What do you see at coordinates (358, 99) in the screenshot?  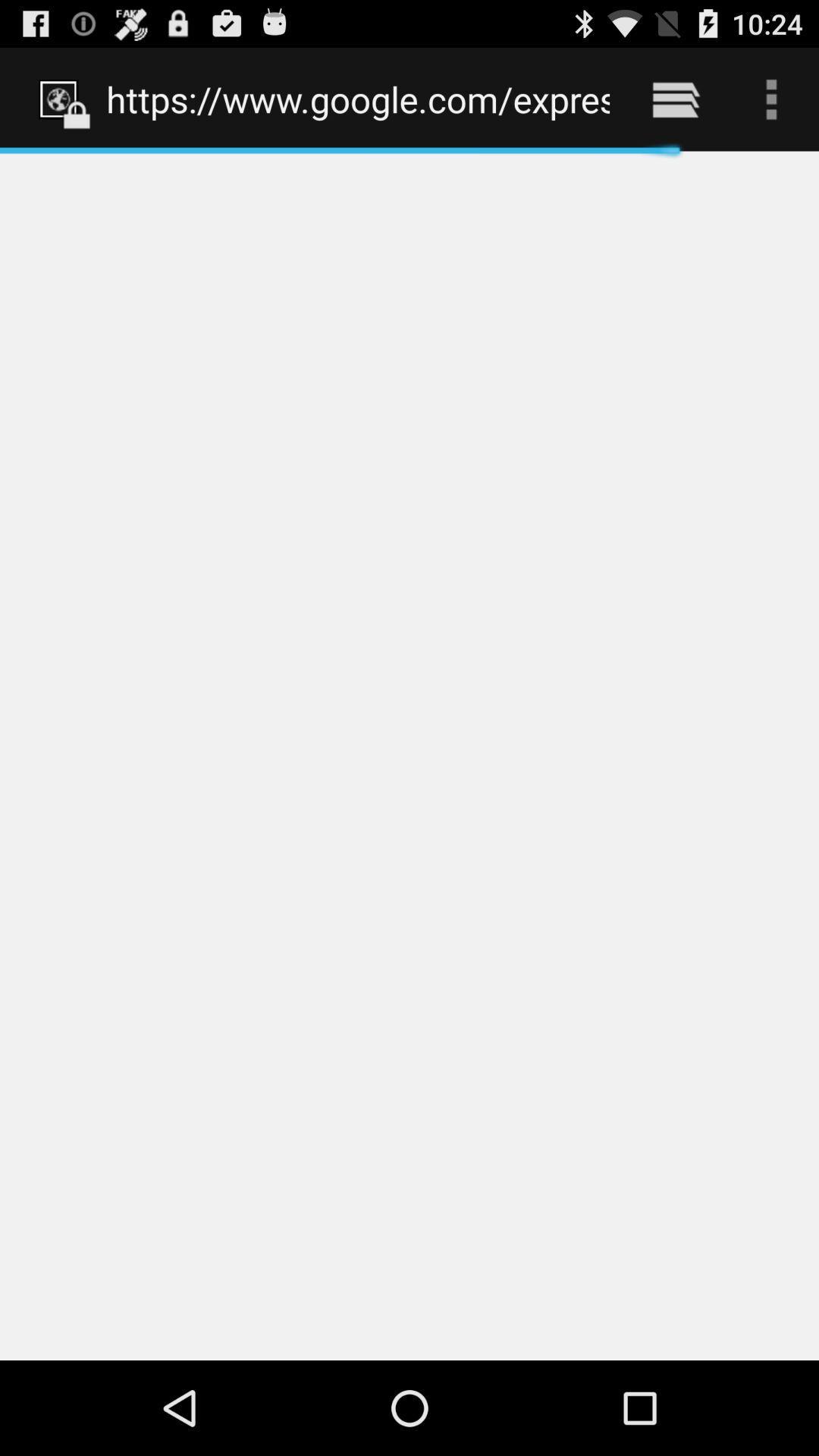 I see `the https www google` at bounding box center [358, 99].